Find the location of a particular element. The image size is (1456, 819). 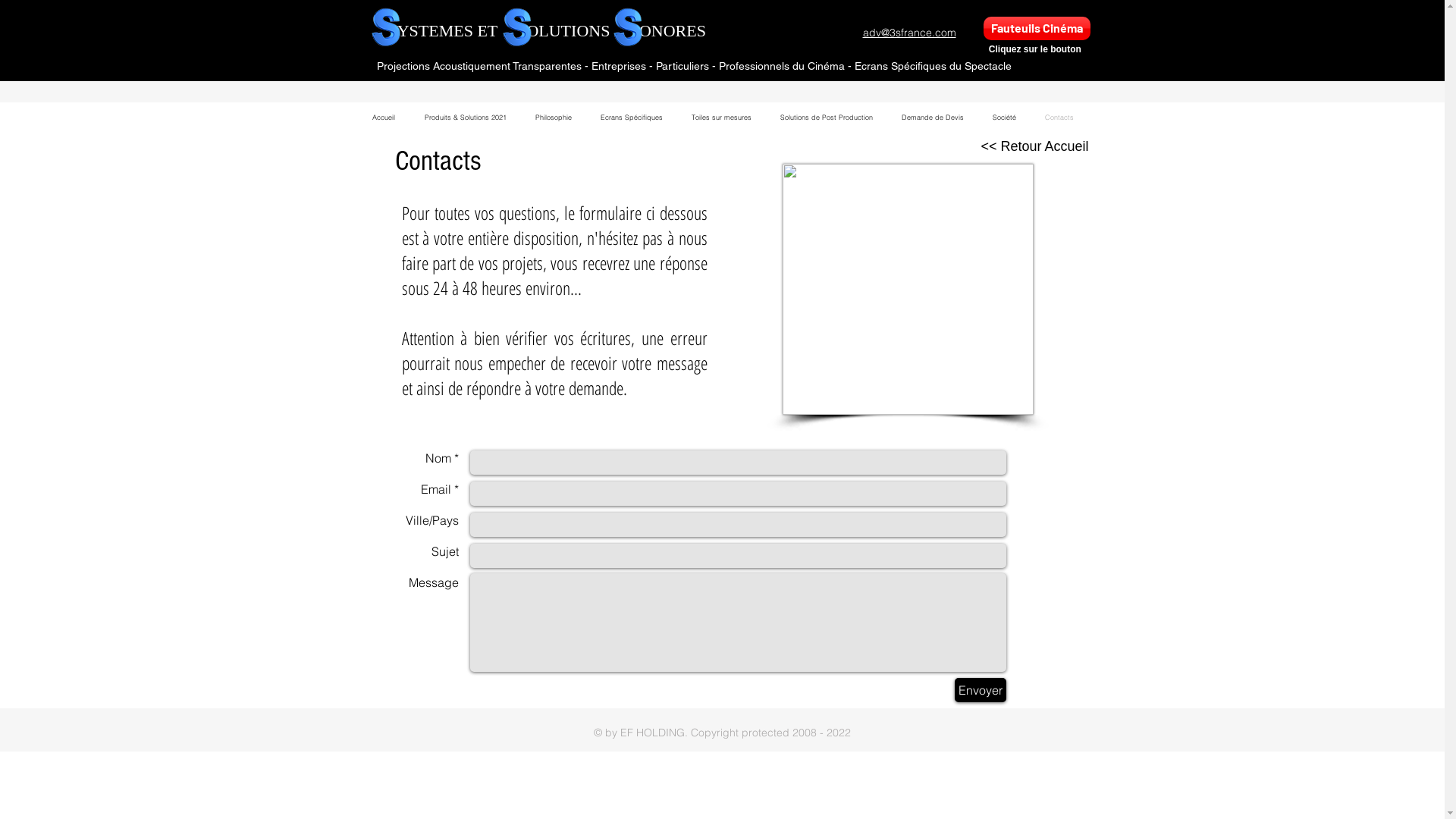

'adv@3sfrance.com' is located at coordinates (862, 32).